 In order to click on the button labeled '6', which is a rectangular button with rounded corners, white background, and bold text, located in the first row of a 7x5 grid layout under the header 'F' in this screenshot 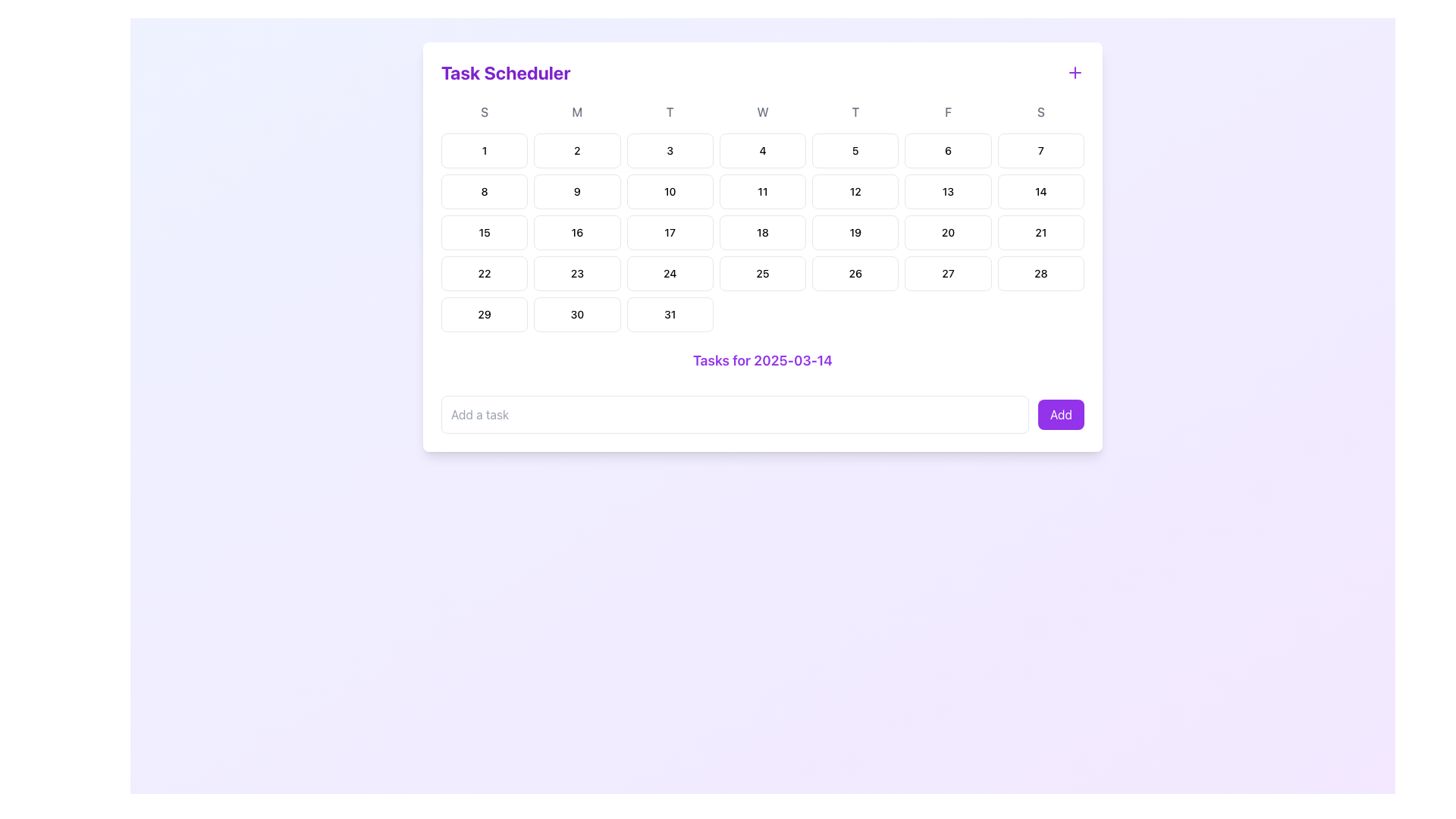, I will do `click(947, 151)`.